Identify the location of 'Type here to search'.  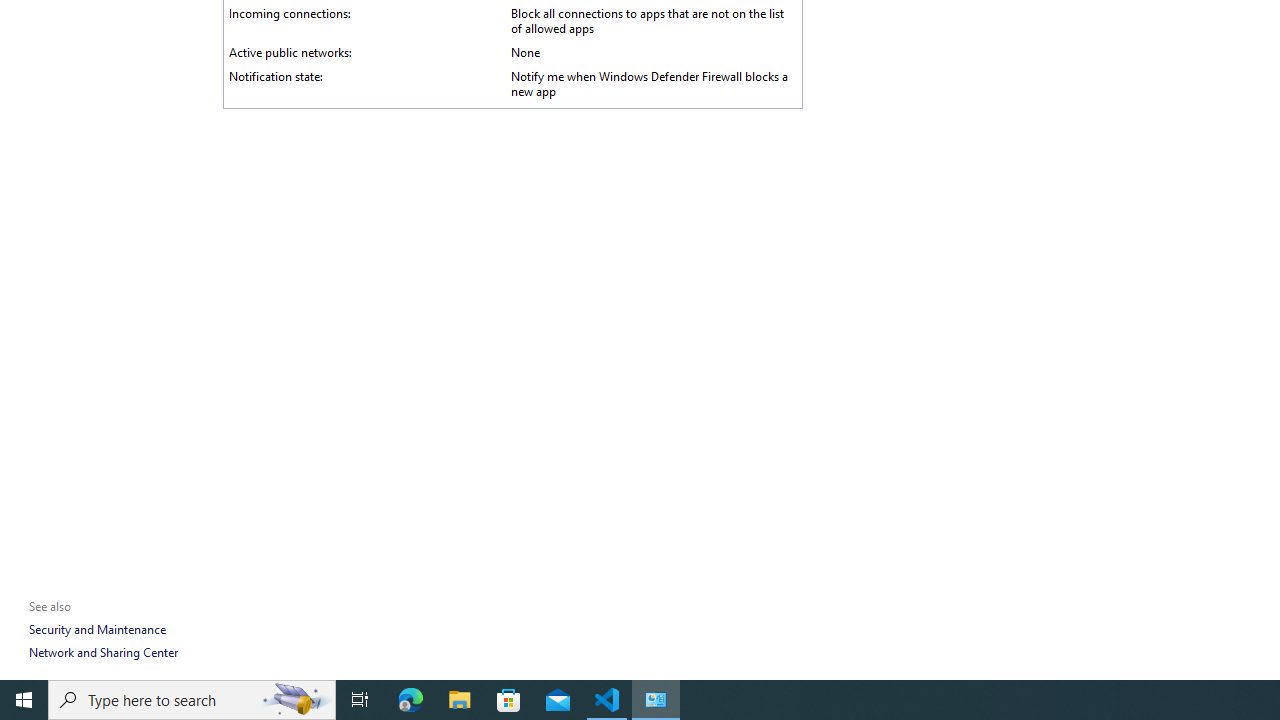
(192, 698).